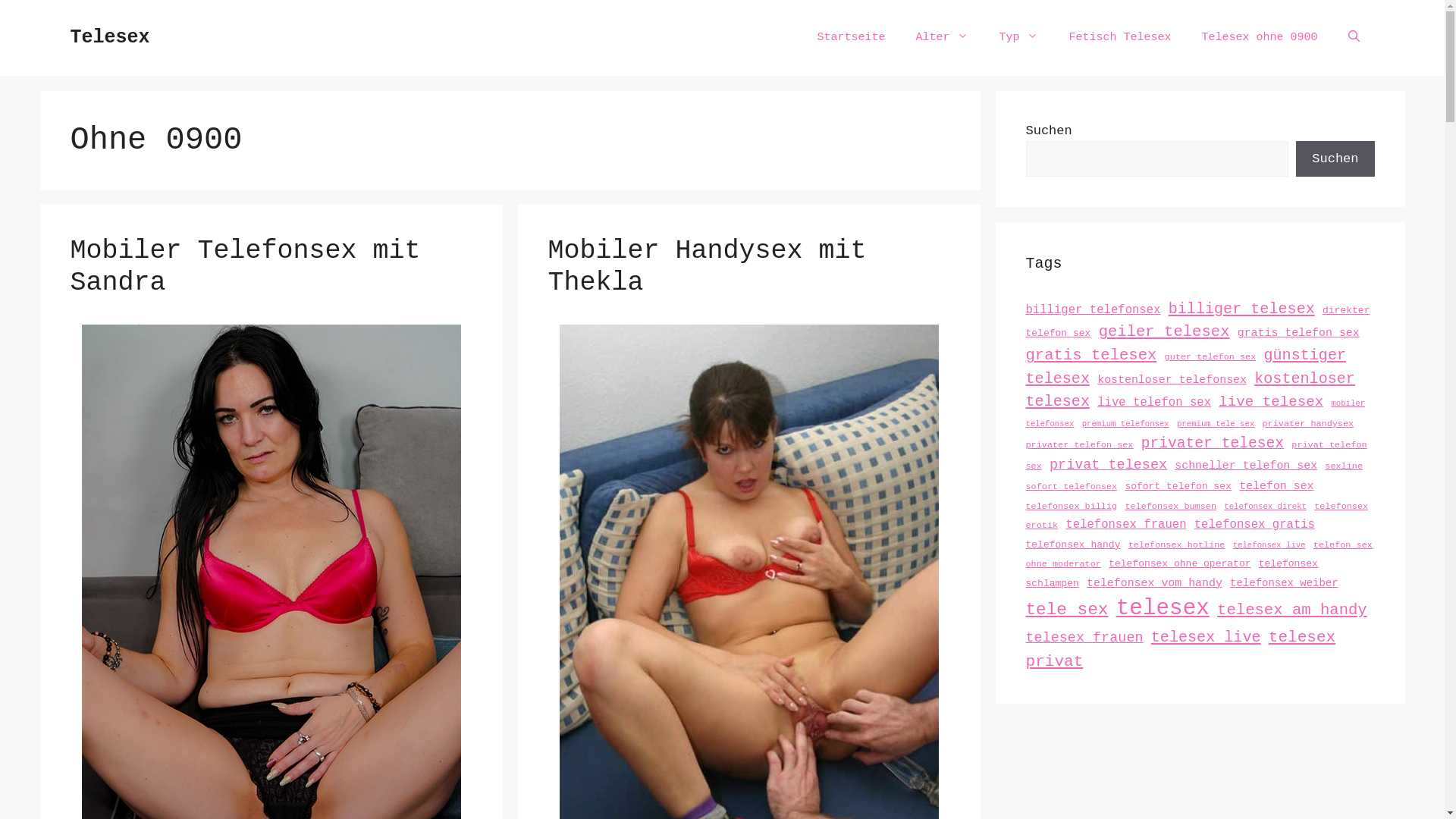 This screenshot has width=1456, height=819. I want to click on 'telefonsex billig', so click(1025, 506).